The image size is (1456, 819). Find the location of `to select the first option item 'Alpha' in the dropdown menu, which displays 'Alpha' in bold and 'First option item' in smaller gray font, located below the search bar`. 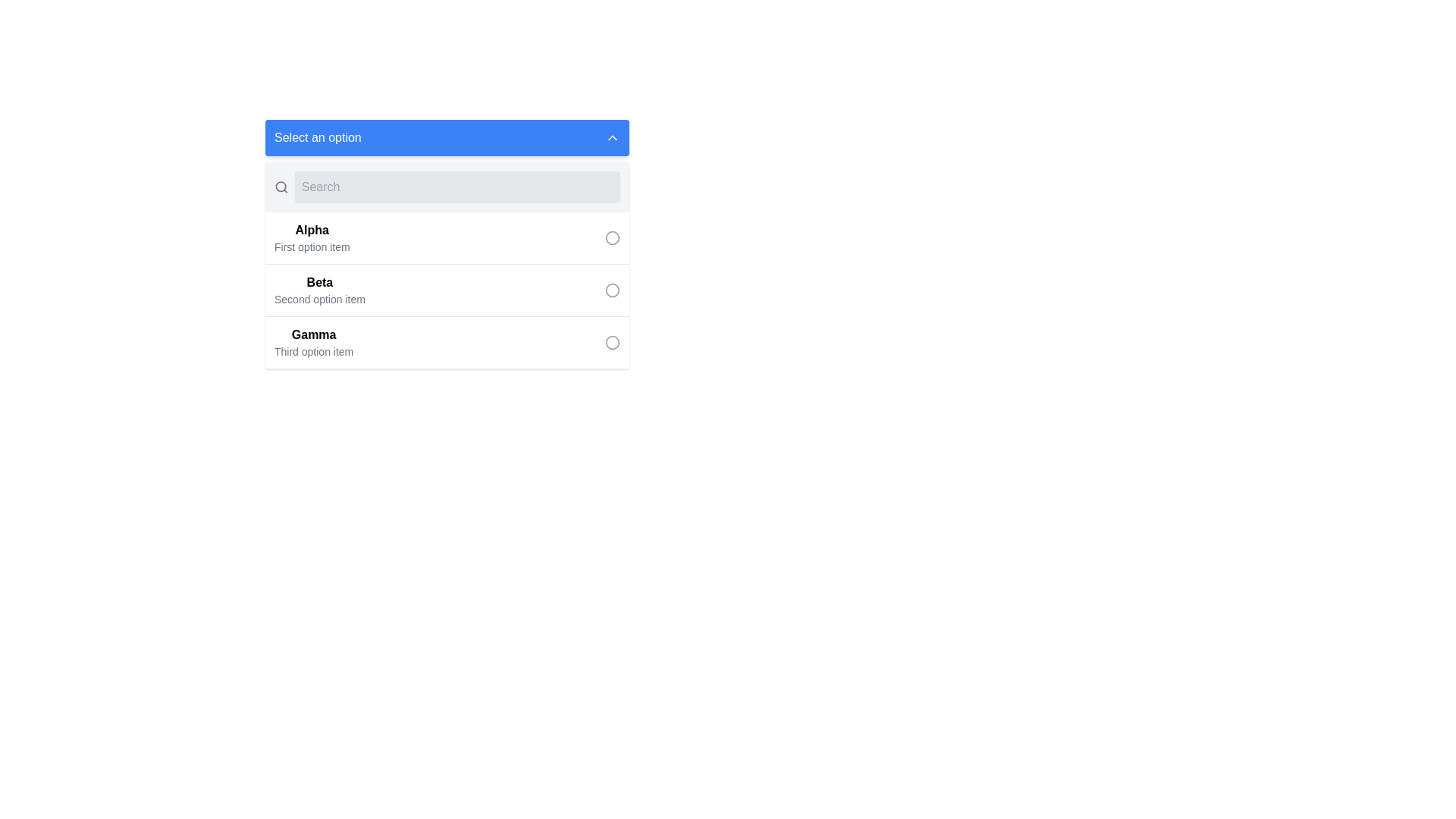

to select the first option item 'Alpha' in the dropdown menu, which displays 'Alpha' in bold and 'First option item' in smaller gray font, located below the search bar is located at coordinates (311, 237).